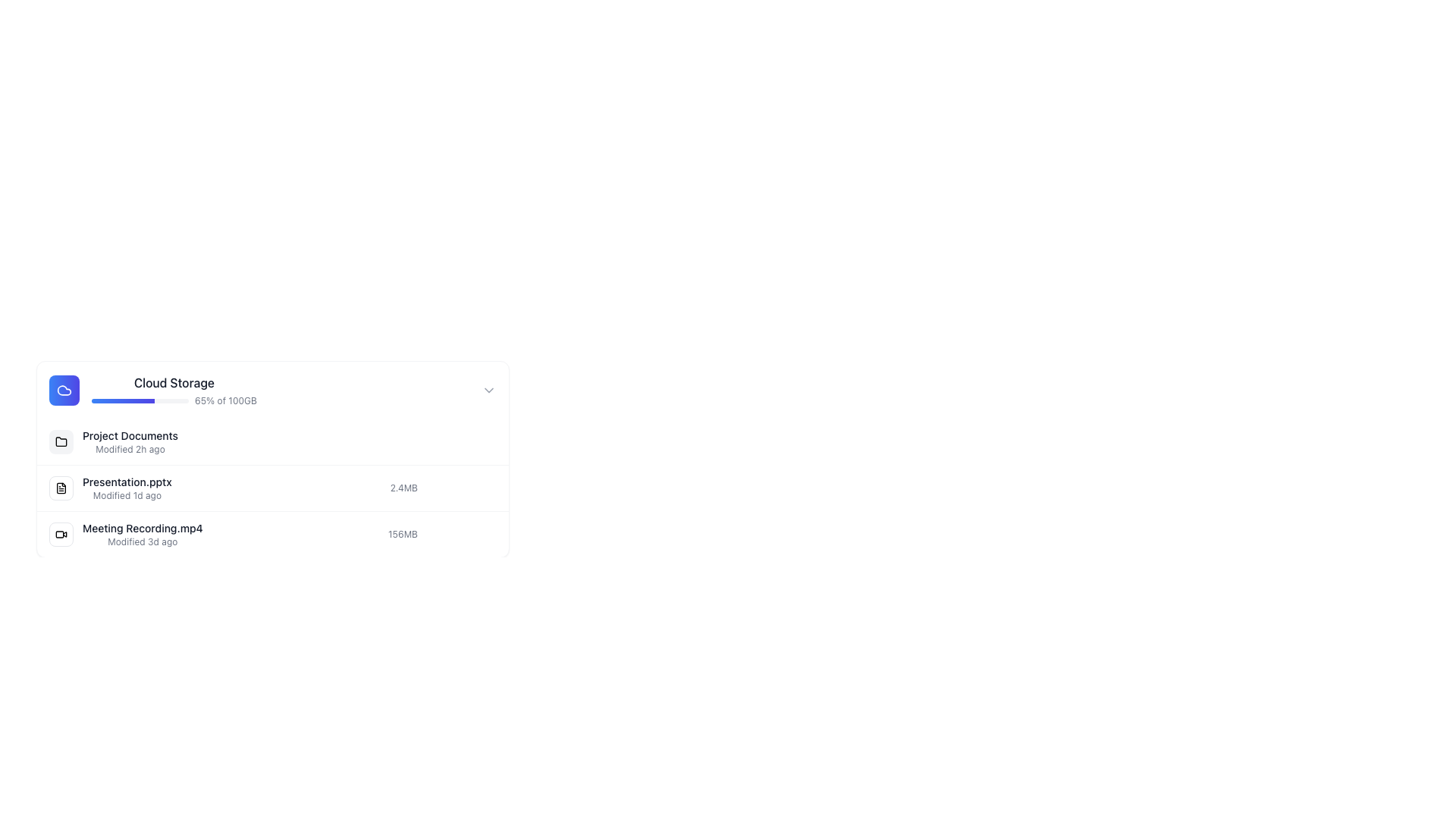 The image size is (1456, 819). I want to click on the storage progress bar, so click(136, 400).